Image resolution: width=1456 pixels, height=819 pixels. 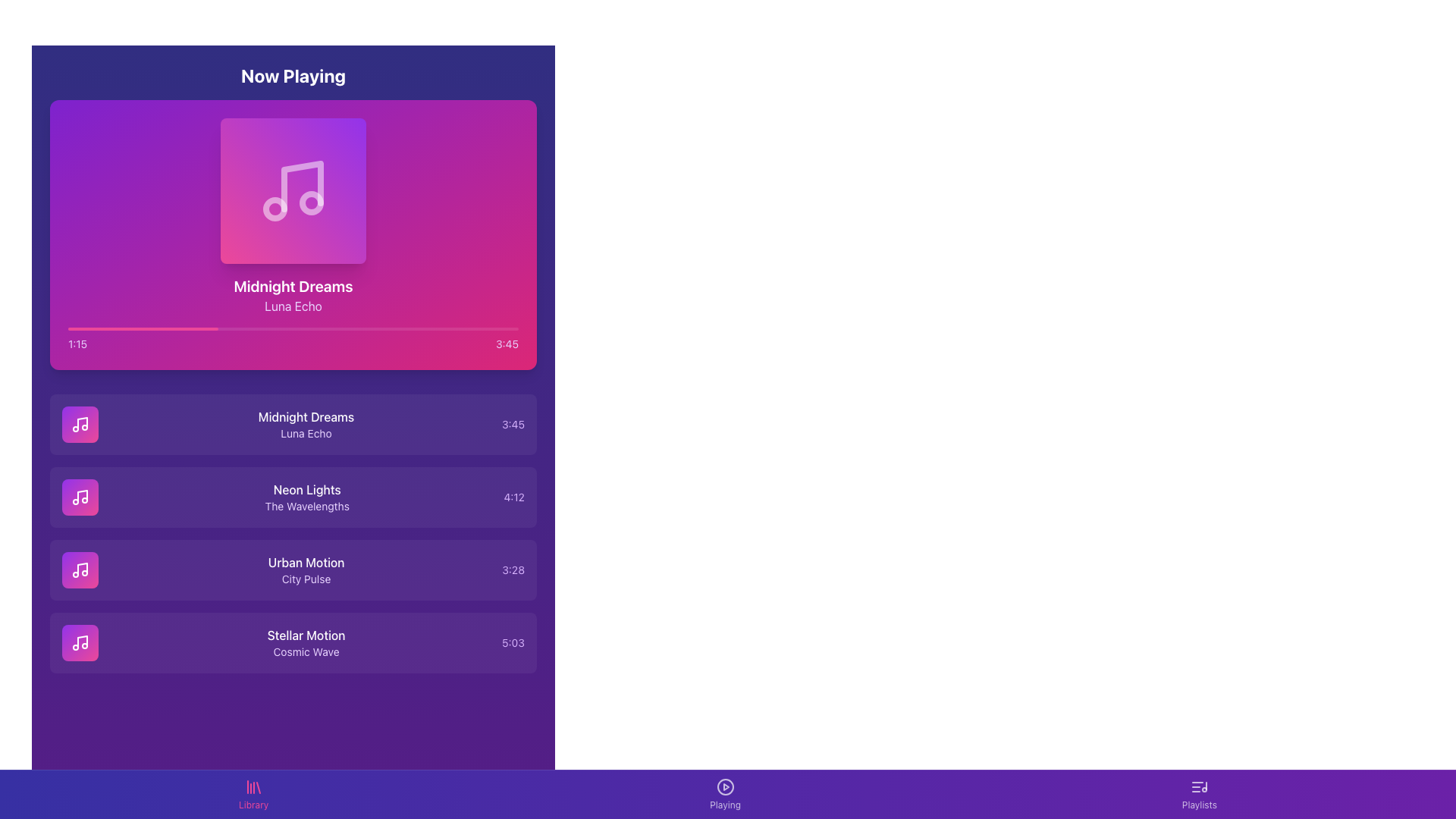 What do you see at coordinates (266, 328) in the screenshot?
I see `the slider` at bounding box center [266, 328].